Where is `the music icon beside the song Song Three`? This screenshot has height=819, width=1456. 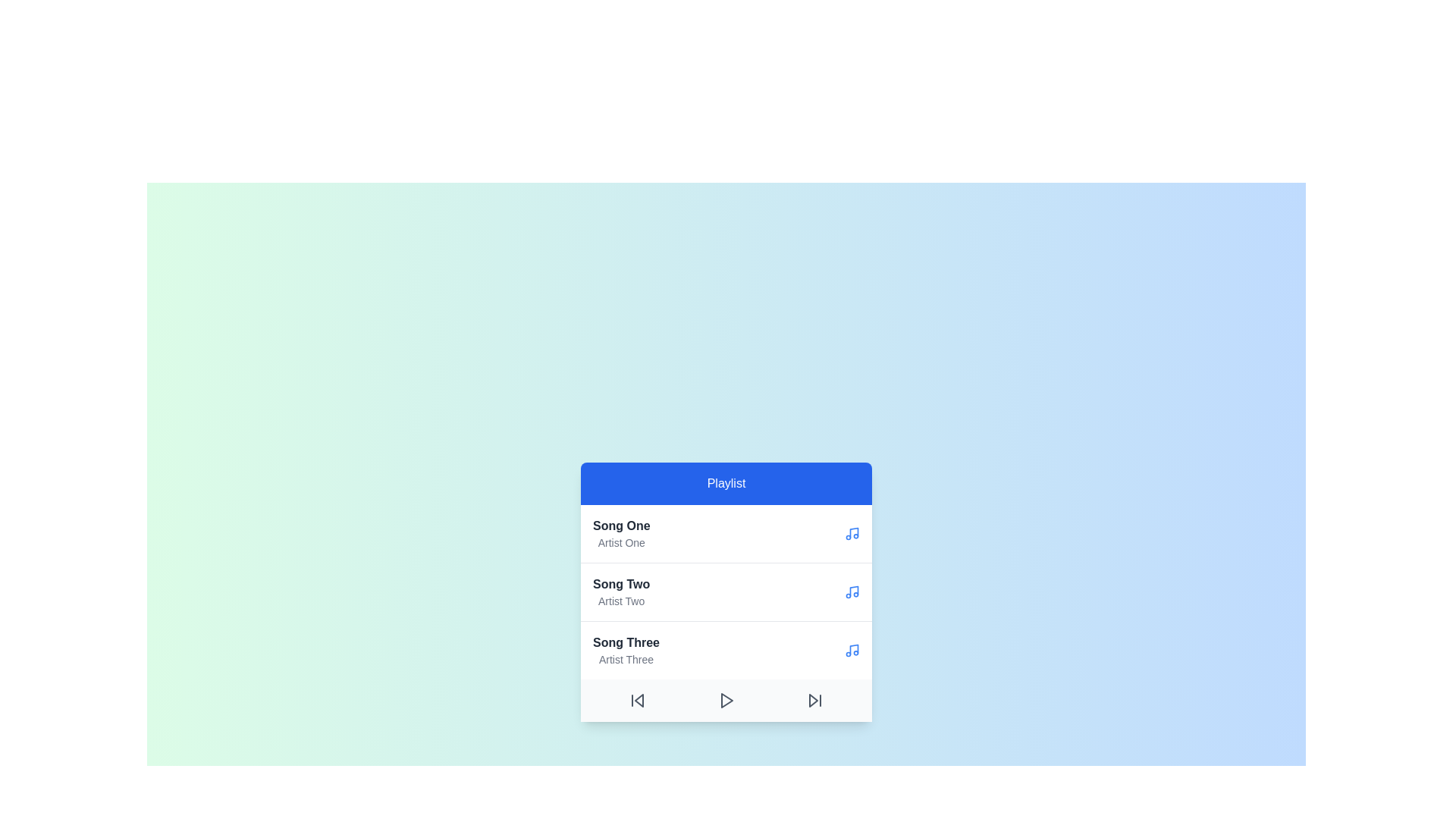
the music icon beside the song Song Three is located at coordinates (852, 649).